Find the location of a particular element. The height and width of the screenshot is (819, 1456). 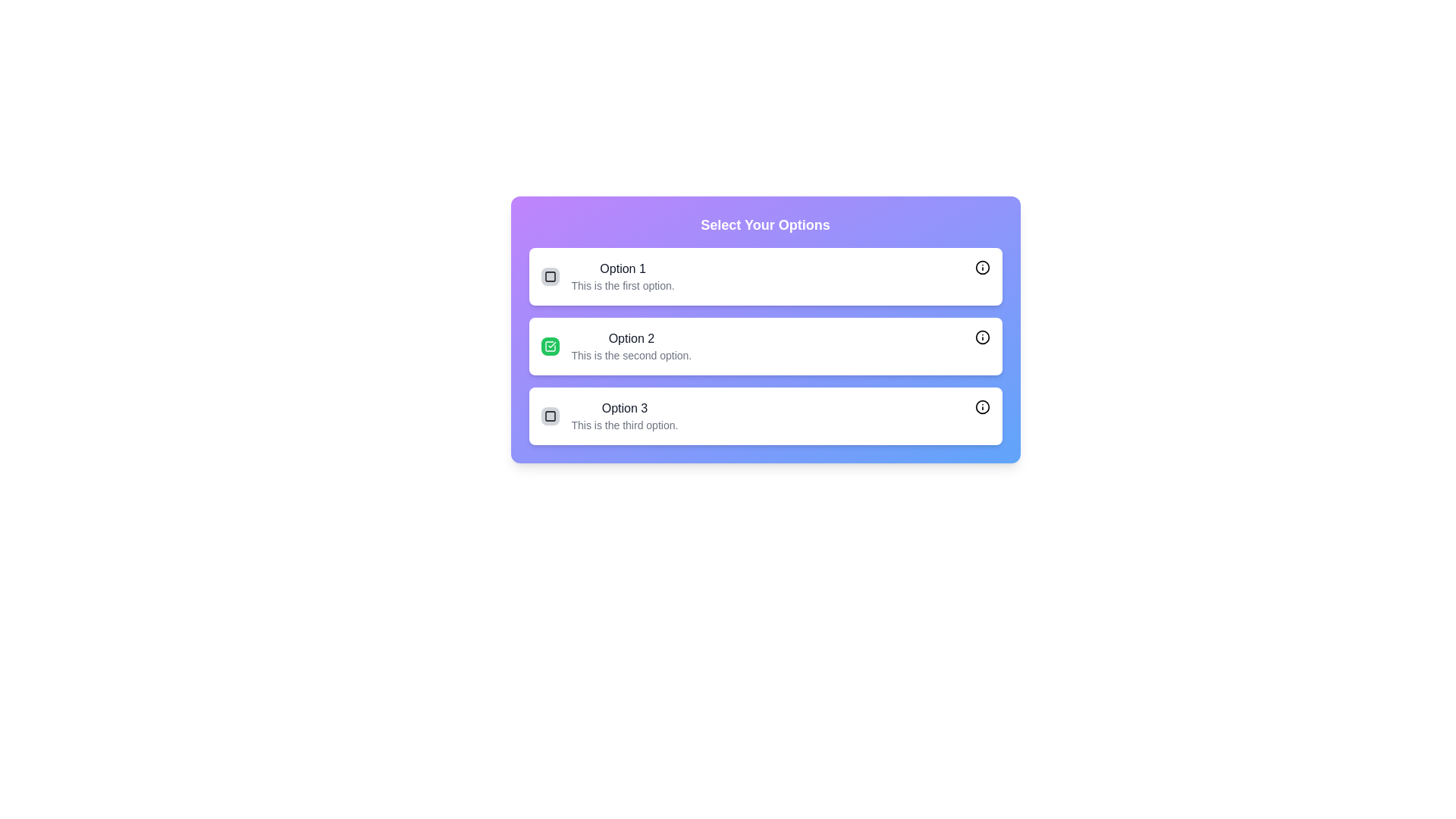

the circle graphical element that represents 'Option 3', located adjacent to the descriptive text is located at coordinates (982, 406).